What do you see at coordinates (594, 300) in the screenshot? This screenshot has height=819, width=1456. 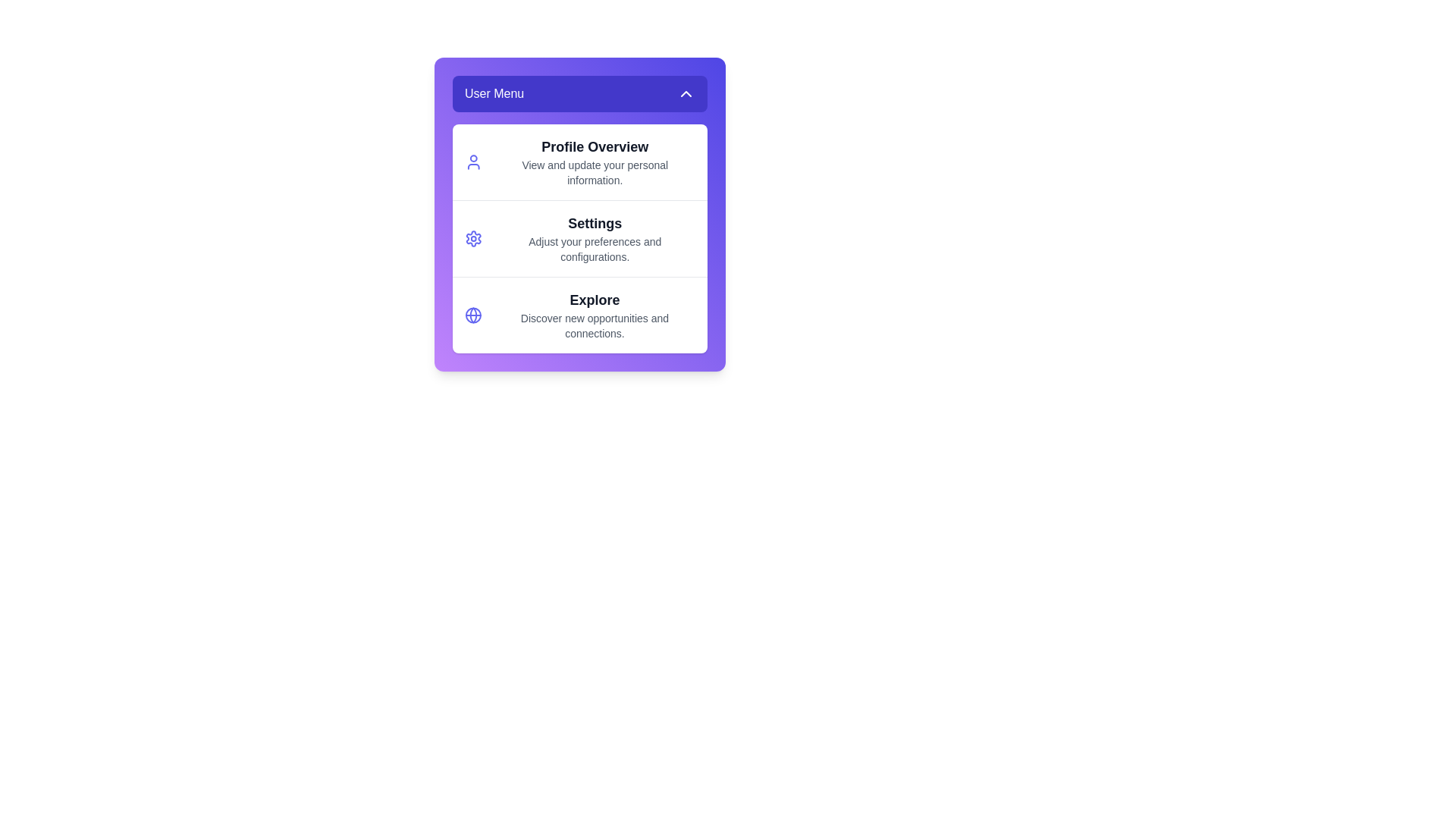 I see `the Text Label that serves as a heading for a menu item, positioned in the middle section of a purple-framed user menu, located below the 'Settings' label and above the descriptive text` at bounding box center [594, 300].